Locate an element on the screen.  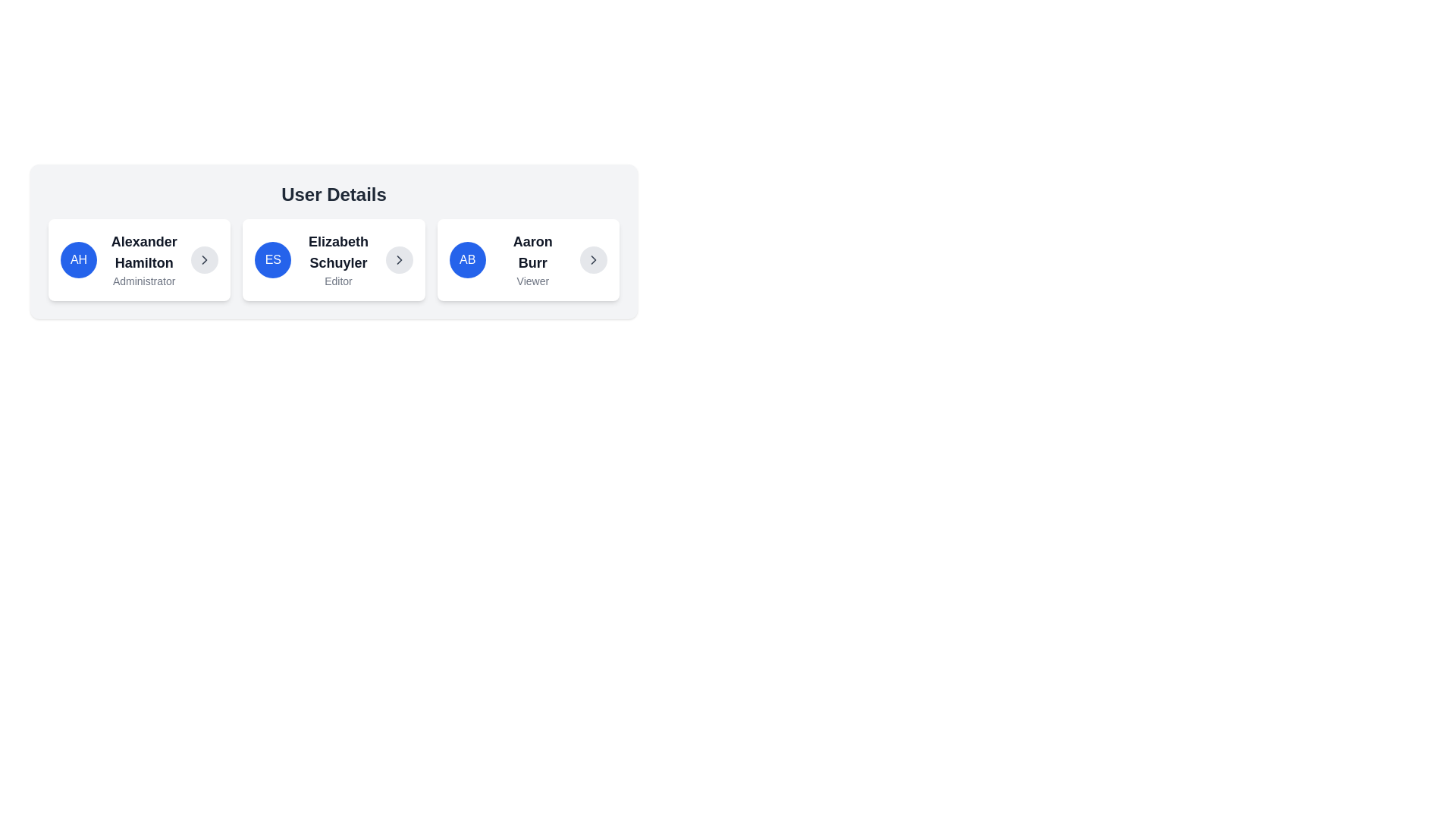
the Text Display that shows the name and role of the user, located to the right of the avatar labeled 'AH' and to the left of a chevron pointing right is located at coordinates (144, 259).